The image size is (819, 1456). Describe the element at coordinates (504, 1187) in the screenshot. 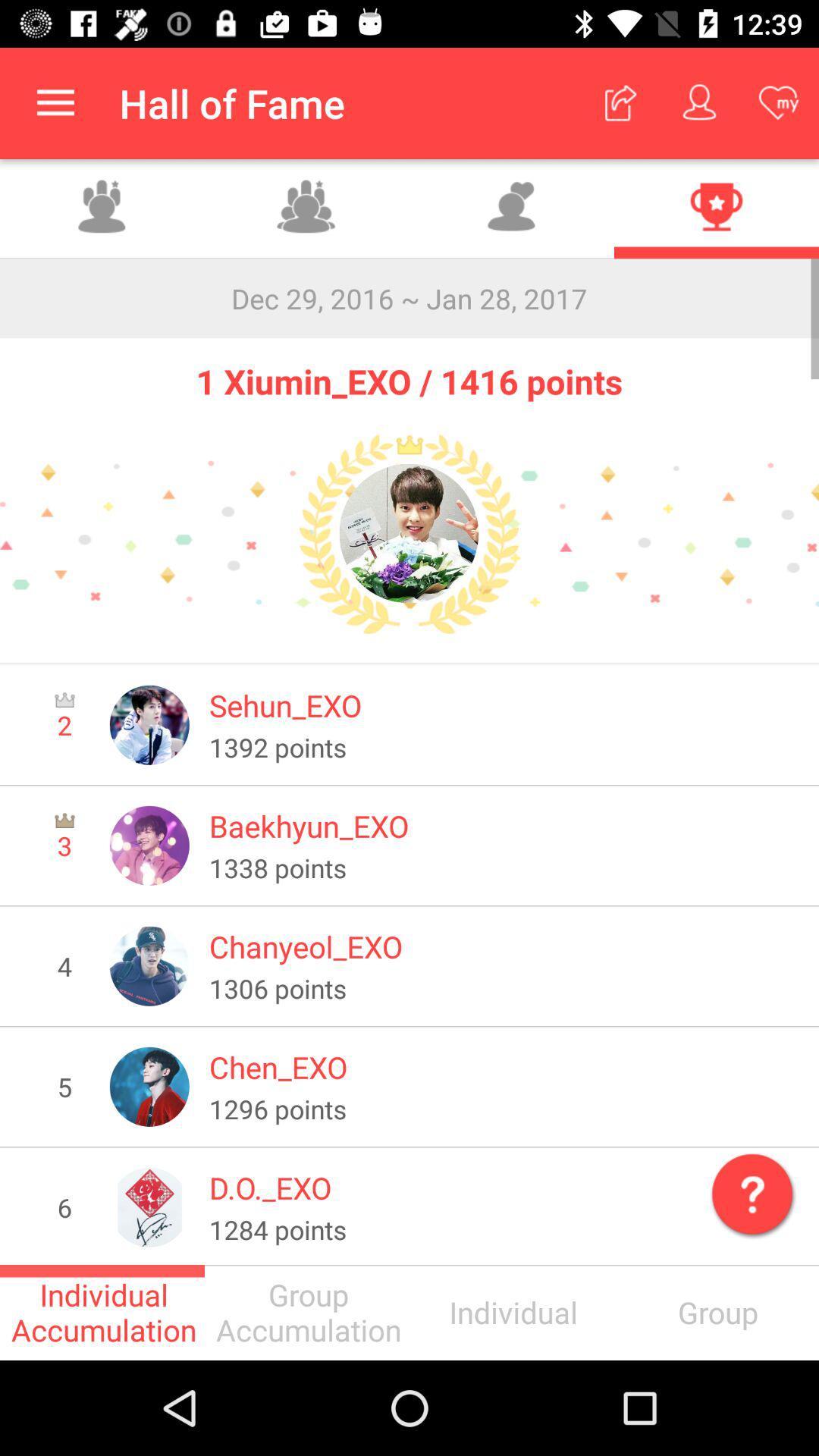

I see `d.o._exo item` at that location.